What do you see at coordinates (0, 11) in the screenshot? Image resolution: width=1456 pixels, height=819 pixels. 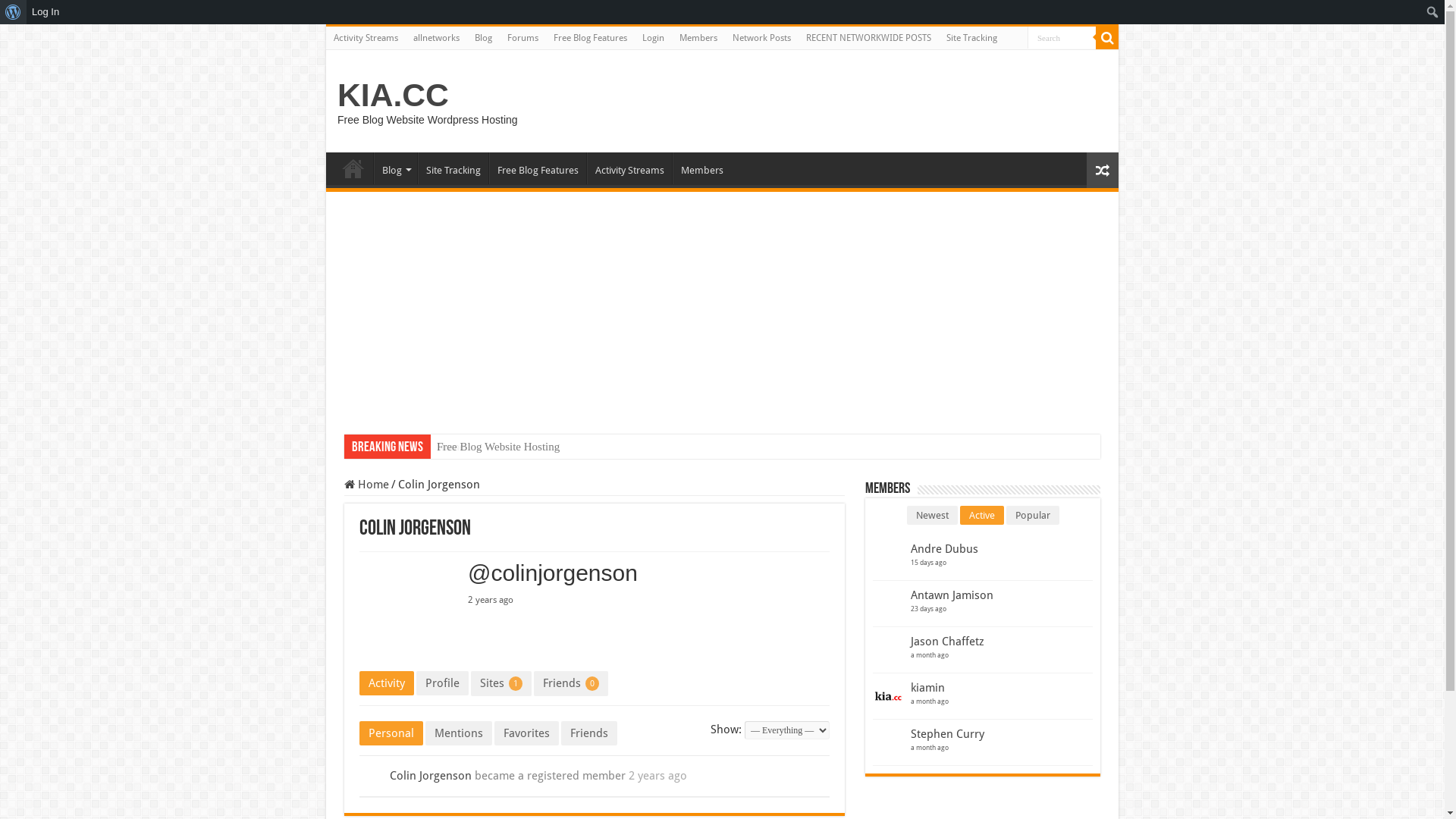 I see `'About WordPress'` at bounding box center [0, 11].